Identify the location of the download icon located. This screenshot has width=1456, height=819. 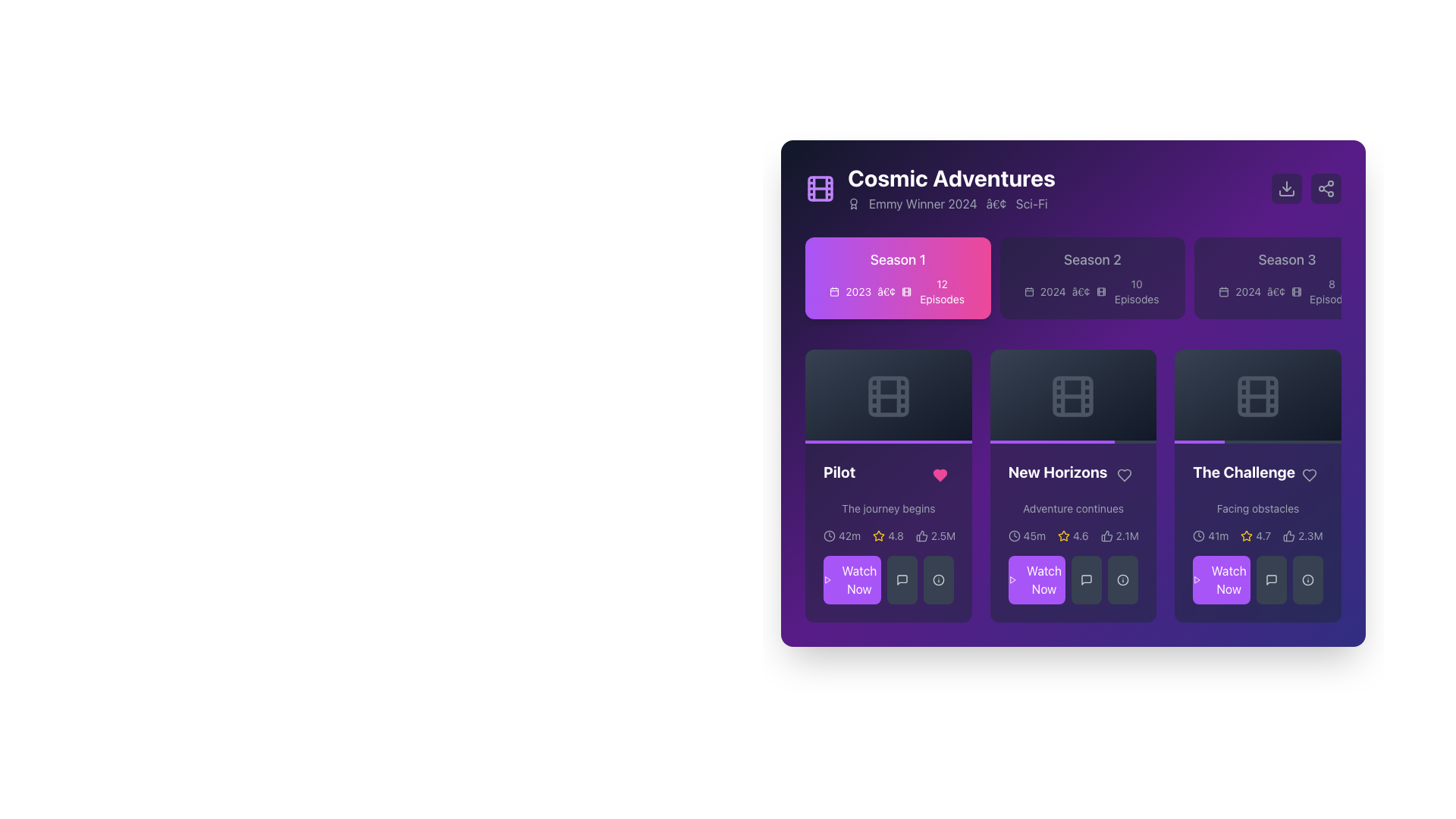
(1286, 188).